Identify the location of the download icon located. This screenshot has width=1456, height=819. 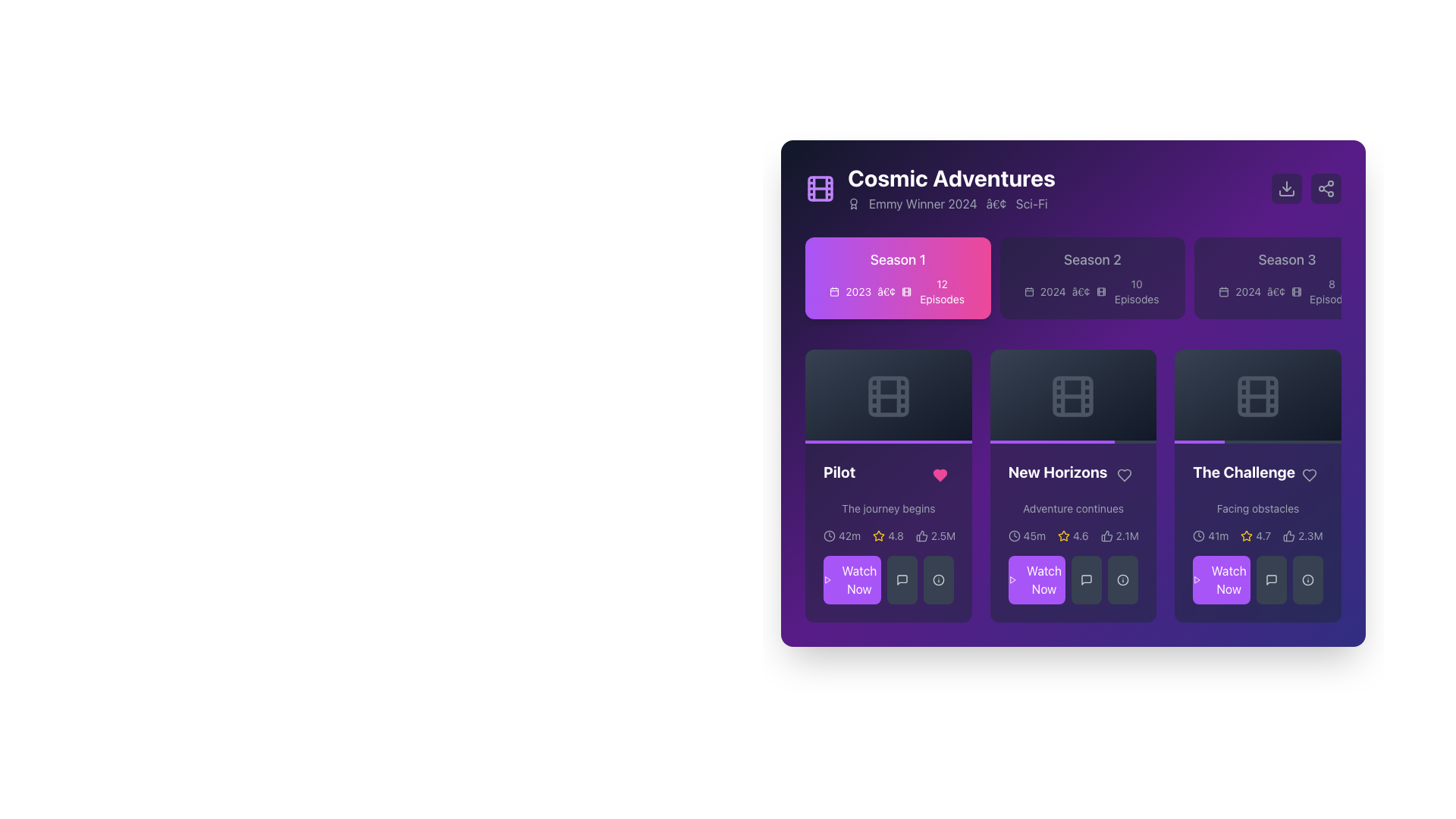
(1286, 188).